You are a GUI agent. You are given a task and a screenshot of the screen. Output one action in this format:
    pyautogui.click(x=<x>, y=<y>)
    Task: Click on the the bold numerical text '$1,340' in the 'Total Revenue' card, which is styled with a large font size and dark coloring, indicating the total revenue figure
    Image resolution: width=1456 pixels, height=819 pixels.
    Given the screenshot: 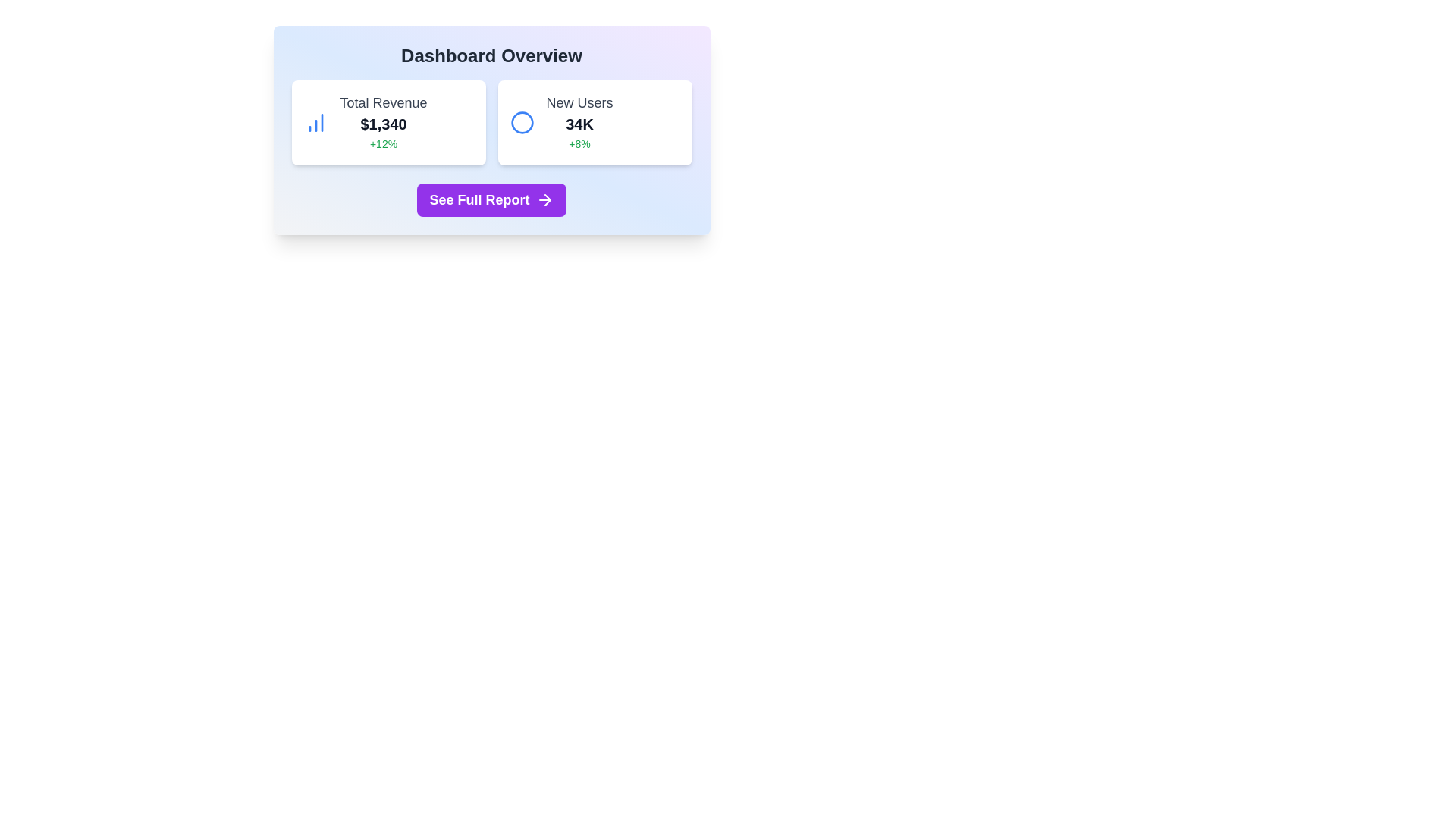 What is the action you would take?
    pyautogui.click(x=384, y=124)
    